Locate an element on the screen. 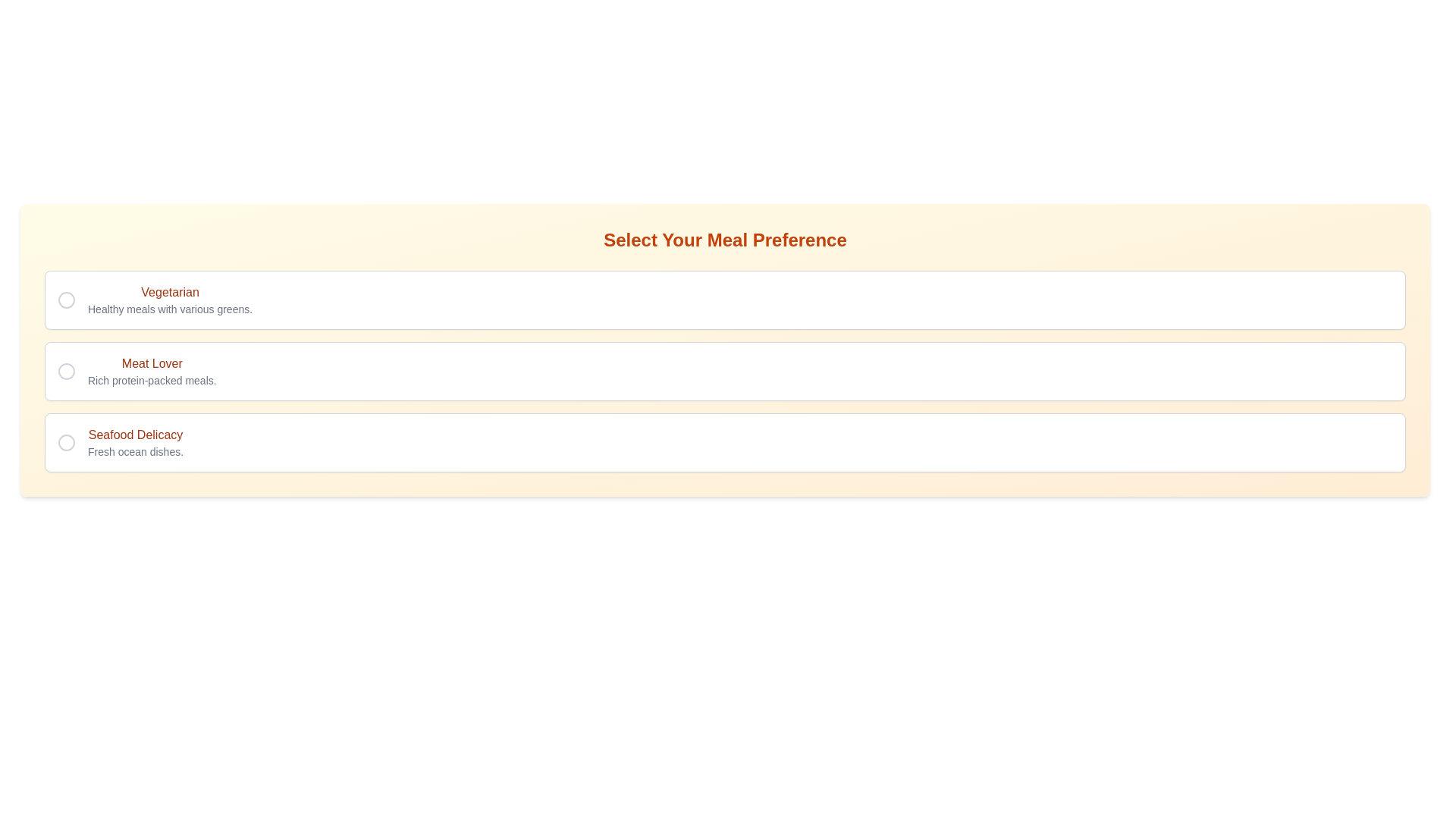 Image resolution: width=1456 pixels, height=819 pixels. the text label component providing additional context for the title 'Seafood Delicacy', which describes 'Fresh ocean dishes.' is located at coordinates (135, 451).